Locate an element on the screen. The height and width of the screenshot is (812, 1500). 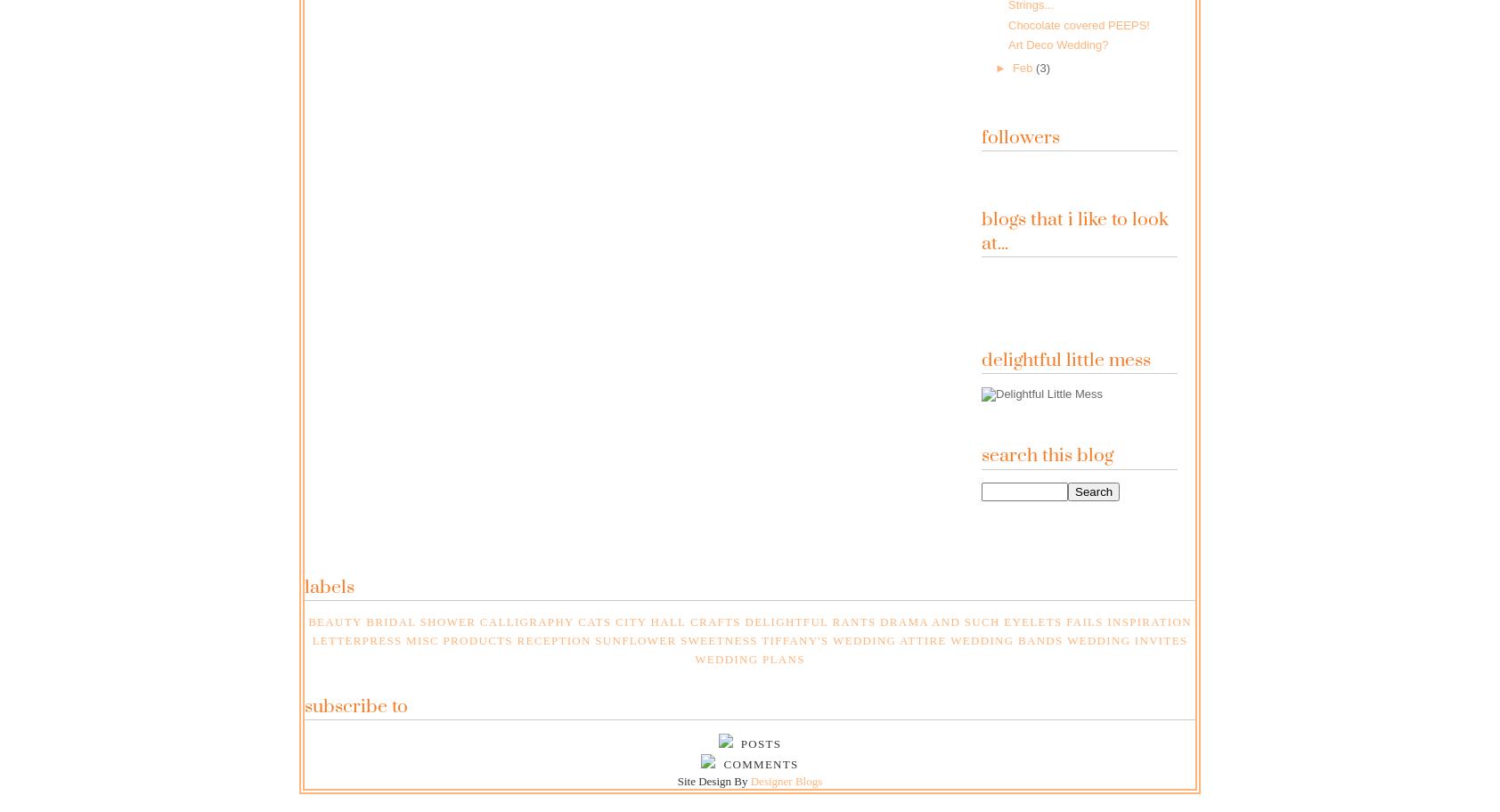
'Cats' is located at coordinates (594, 621).